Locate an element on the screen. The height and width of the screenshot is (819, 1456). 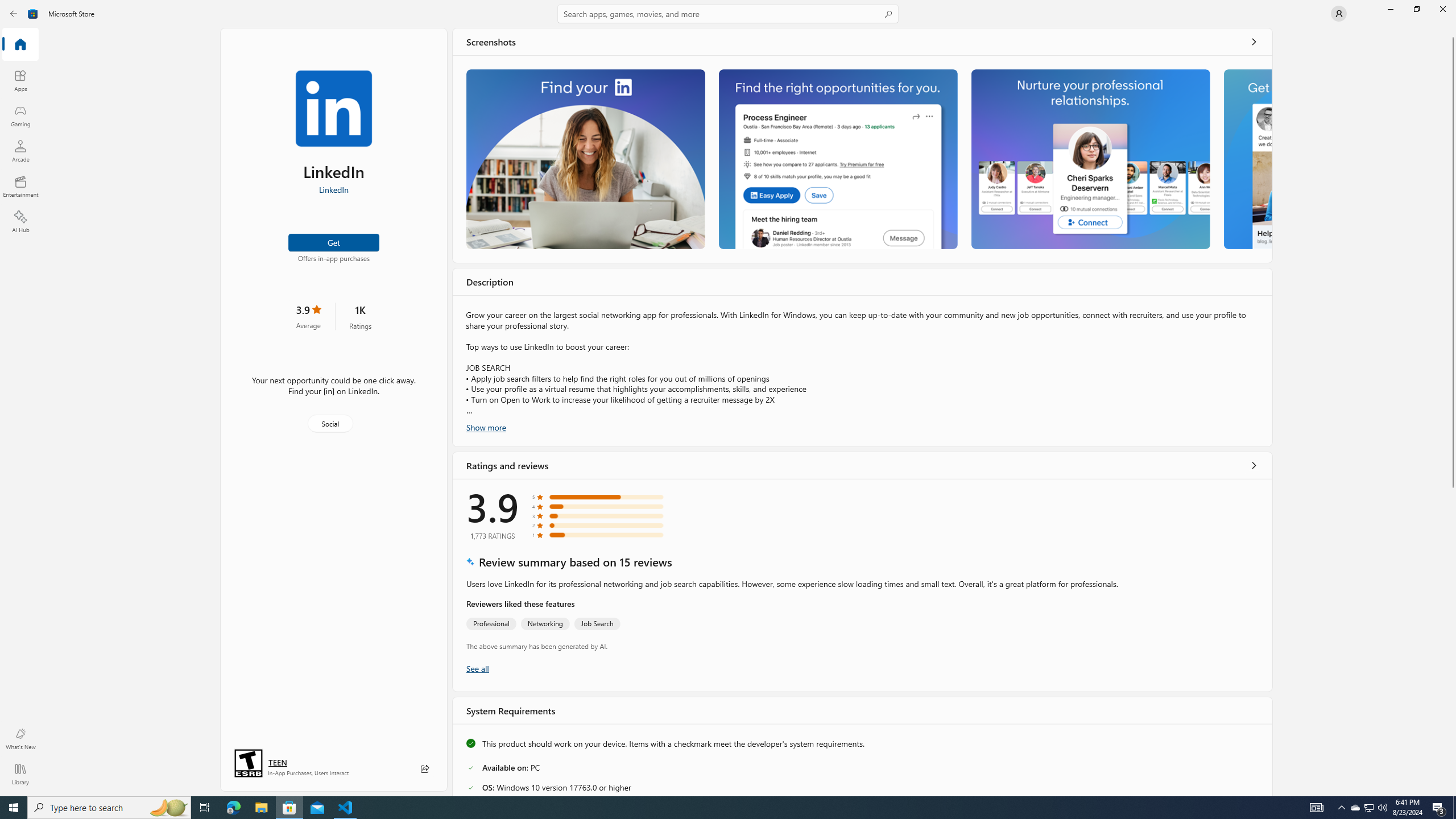
'Library' is located at coordinates (19, 773).